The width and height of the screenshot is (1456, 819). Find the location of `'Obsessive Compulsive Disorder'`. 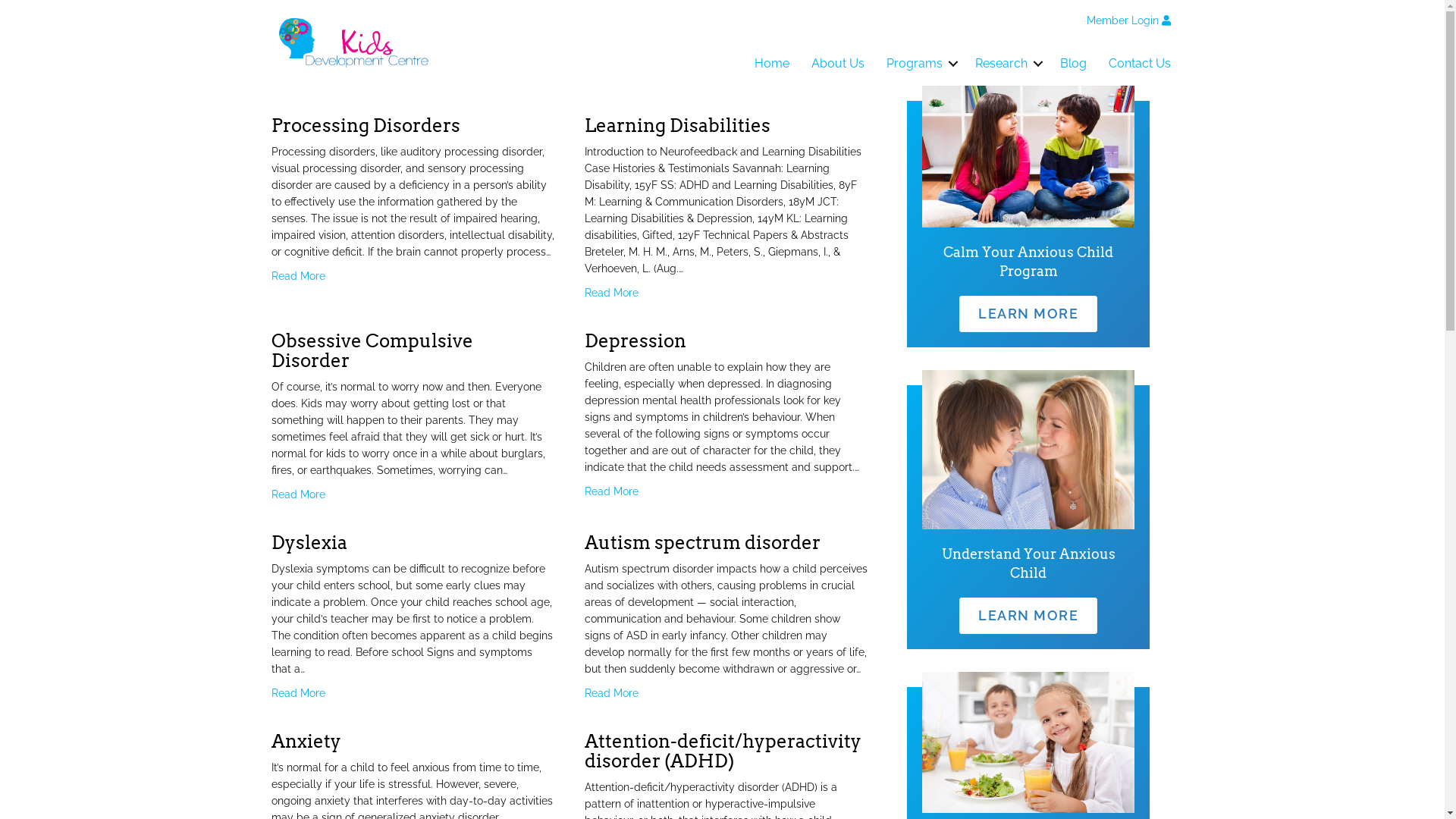

'Obsessive Compulsive Disorder' is located at coordinates (372, 350).